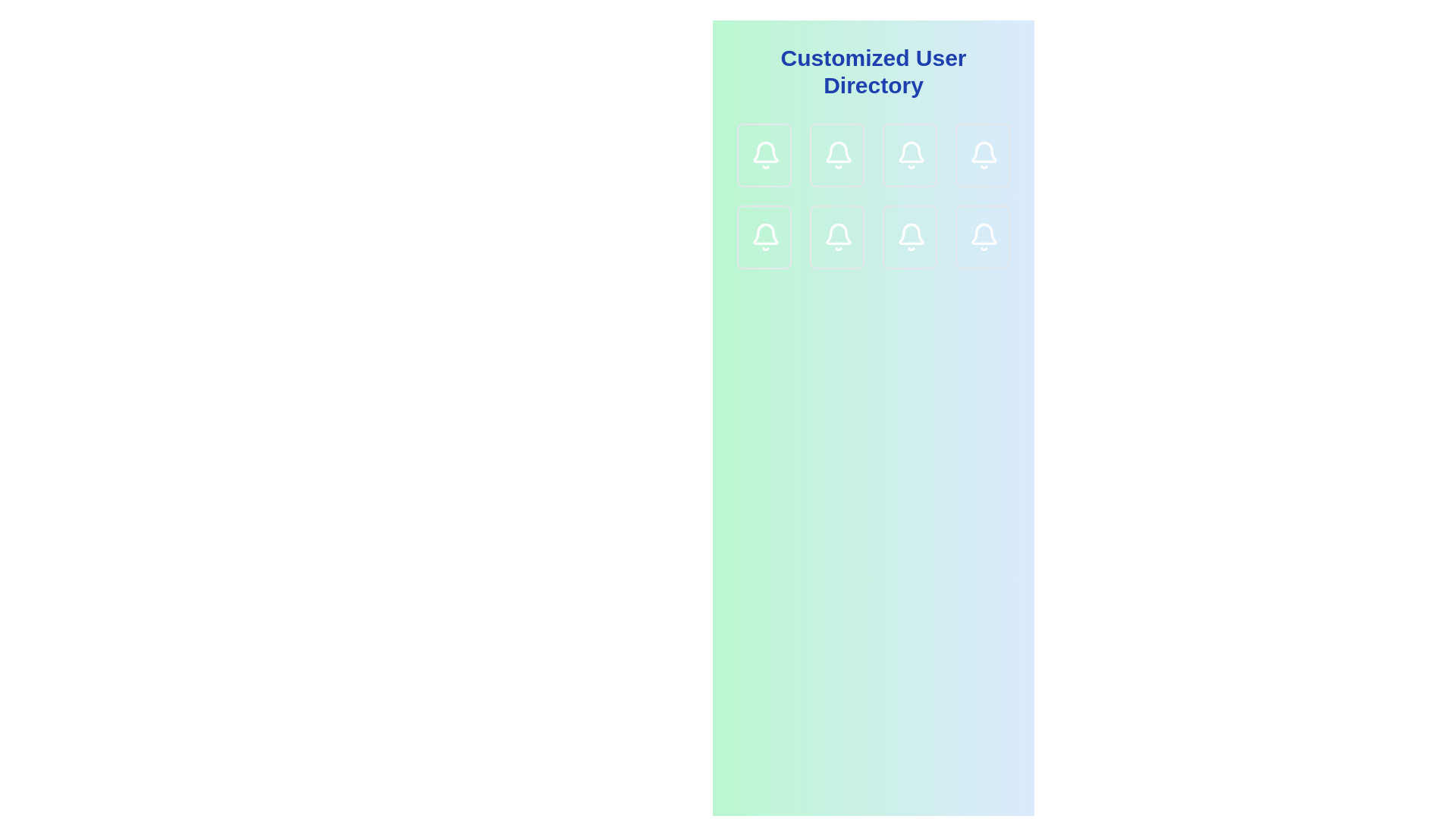 The width and height of the screenshot is (1456, 819). I want to click on the bell-shaped icon, so click(837, 234).